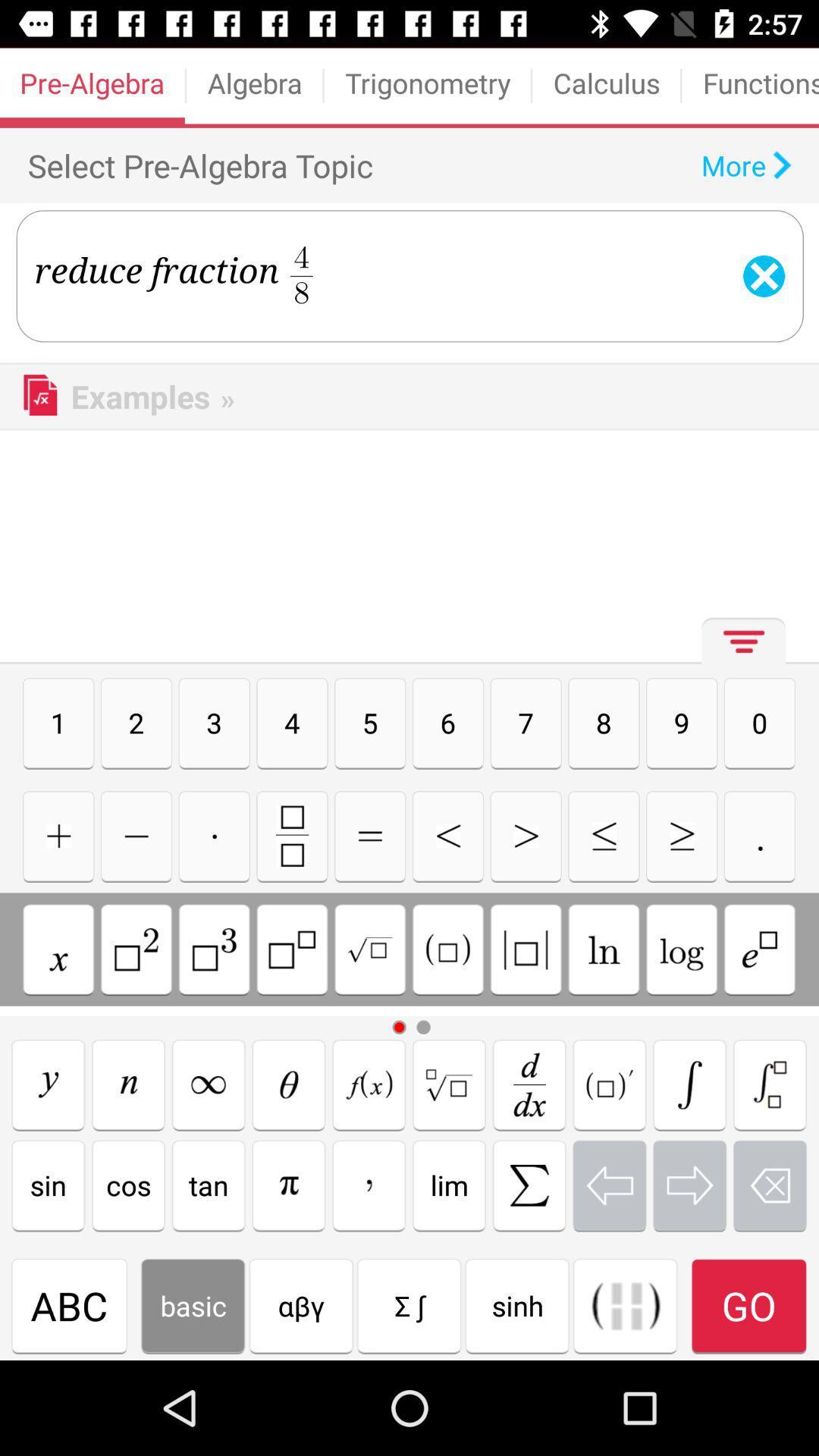 This screenshot has width=819, height=1456. I want to click on x 's out of font text options, so click(770, 1185).